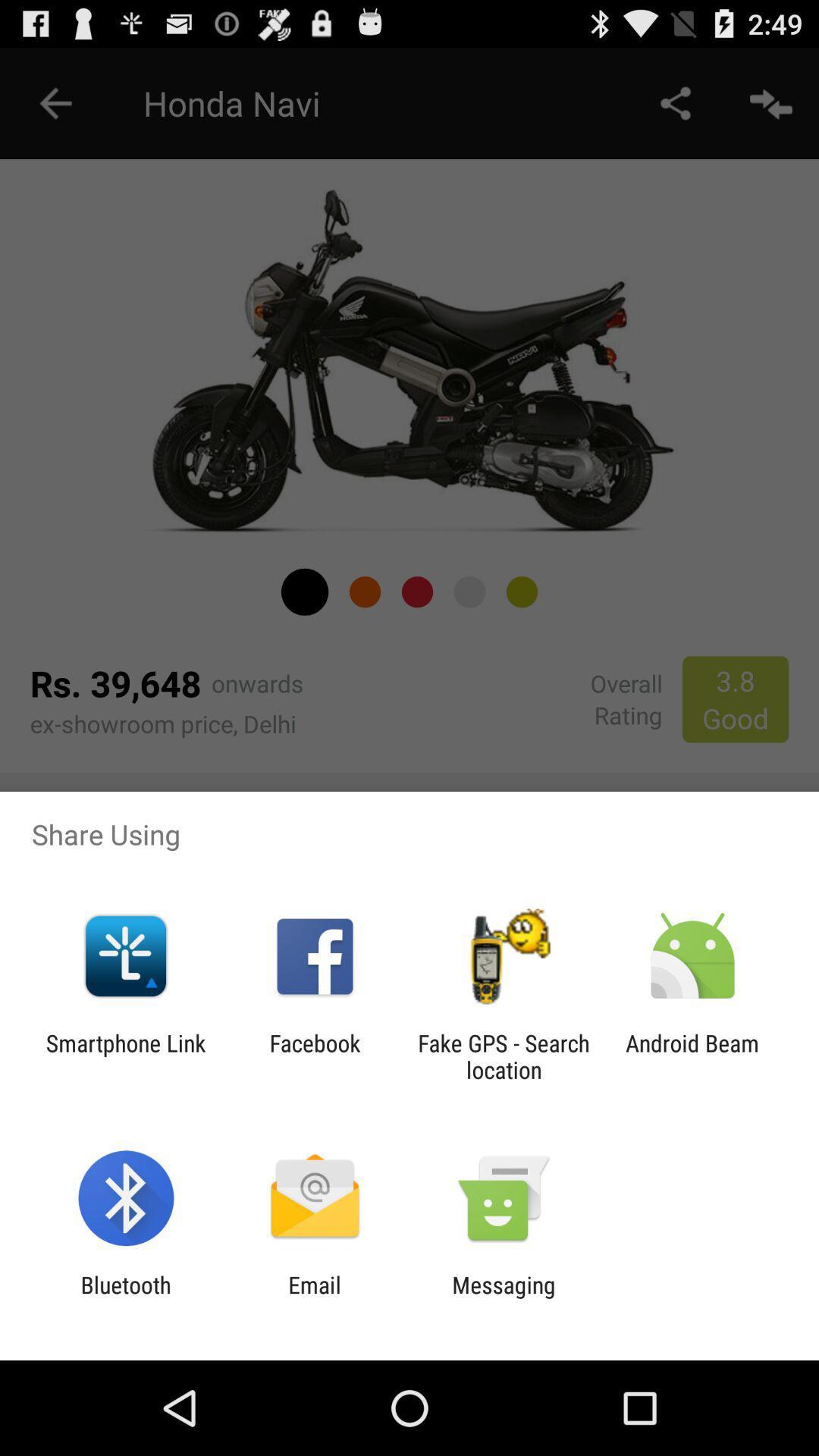  I want to click on messaging, so click(504, 1298).